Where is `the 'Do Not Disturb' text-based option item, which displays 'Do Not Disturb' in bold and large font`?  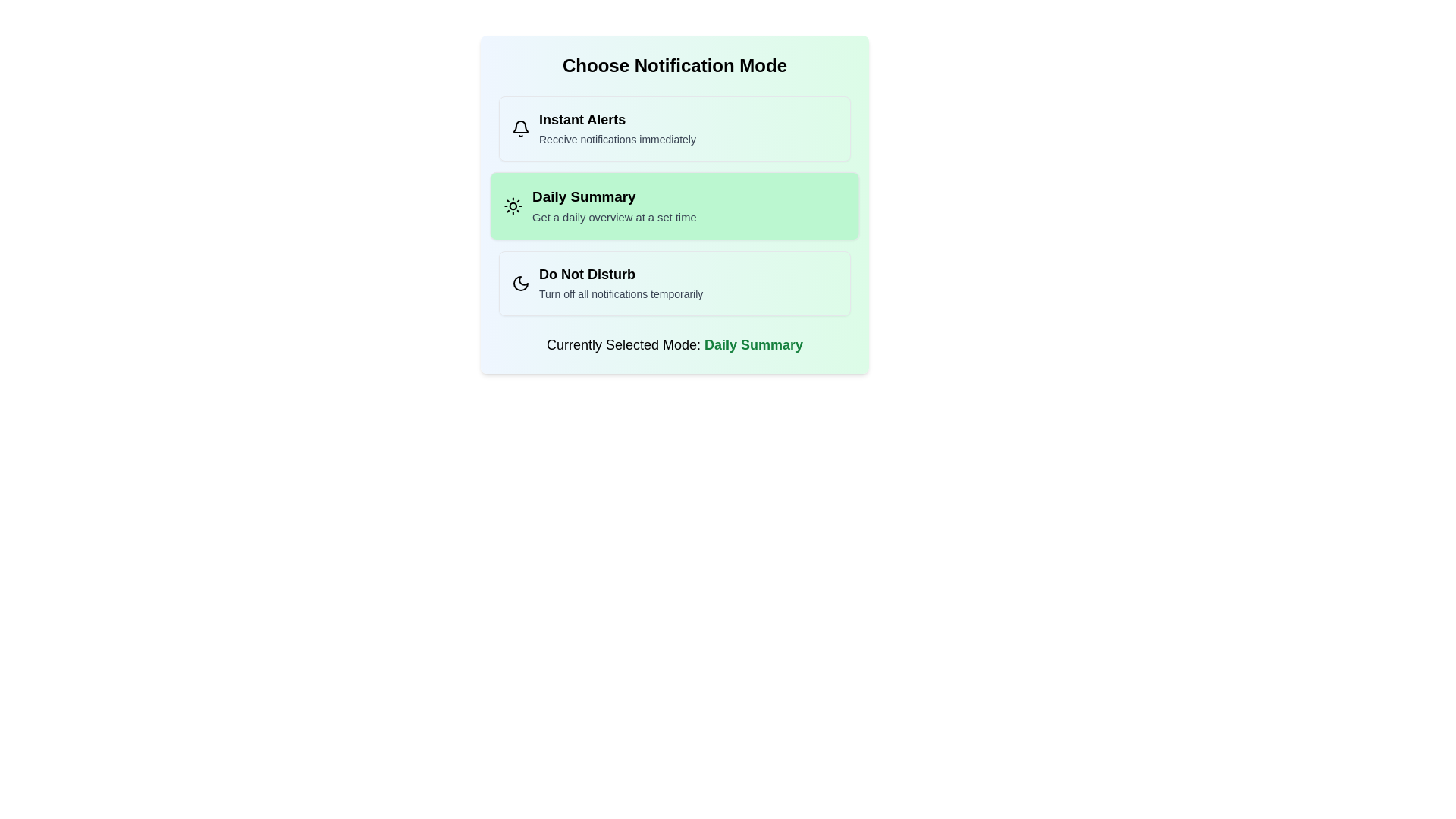 the 'Do Not Disturb' text-based option item, which displays 'Do Not Disturb' in bold and large font is located at coordinates (621, 284).